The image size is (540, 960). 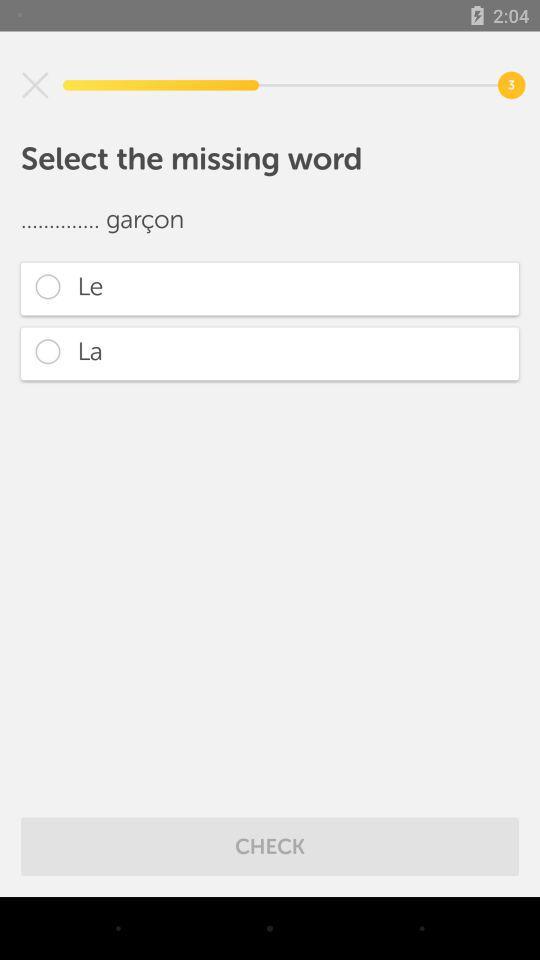 I want to click on the icon above la item, so click(x=270, y=287).